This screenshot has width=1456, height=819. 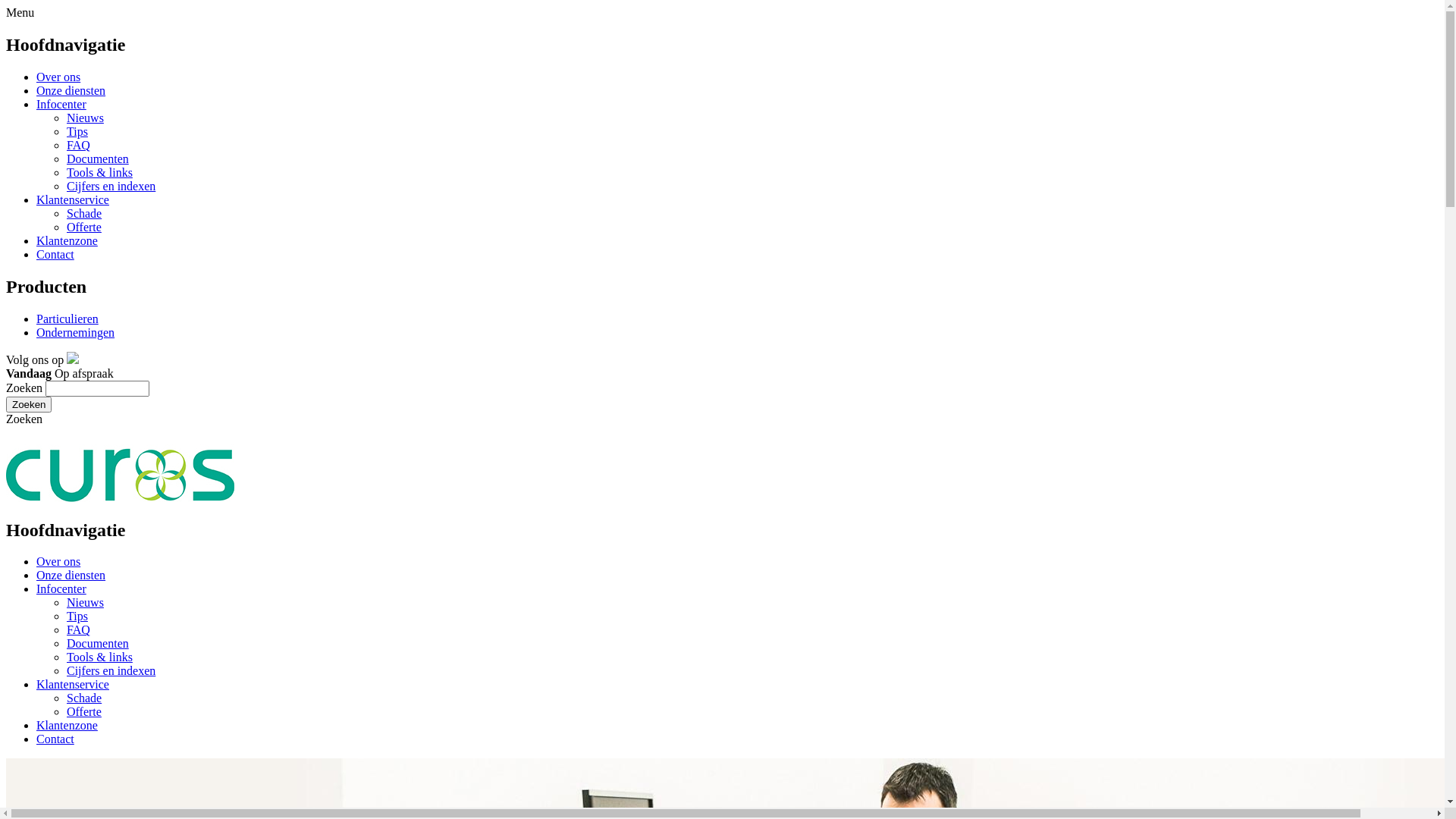 What do you see at coordinates (83, 711) in the screenshot?
I see `'Offerte'` at bounding box center [83, 711].